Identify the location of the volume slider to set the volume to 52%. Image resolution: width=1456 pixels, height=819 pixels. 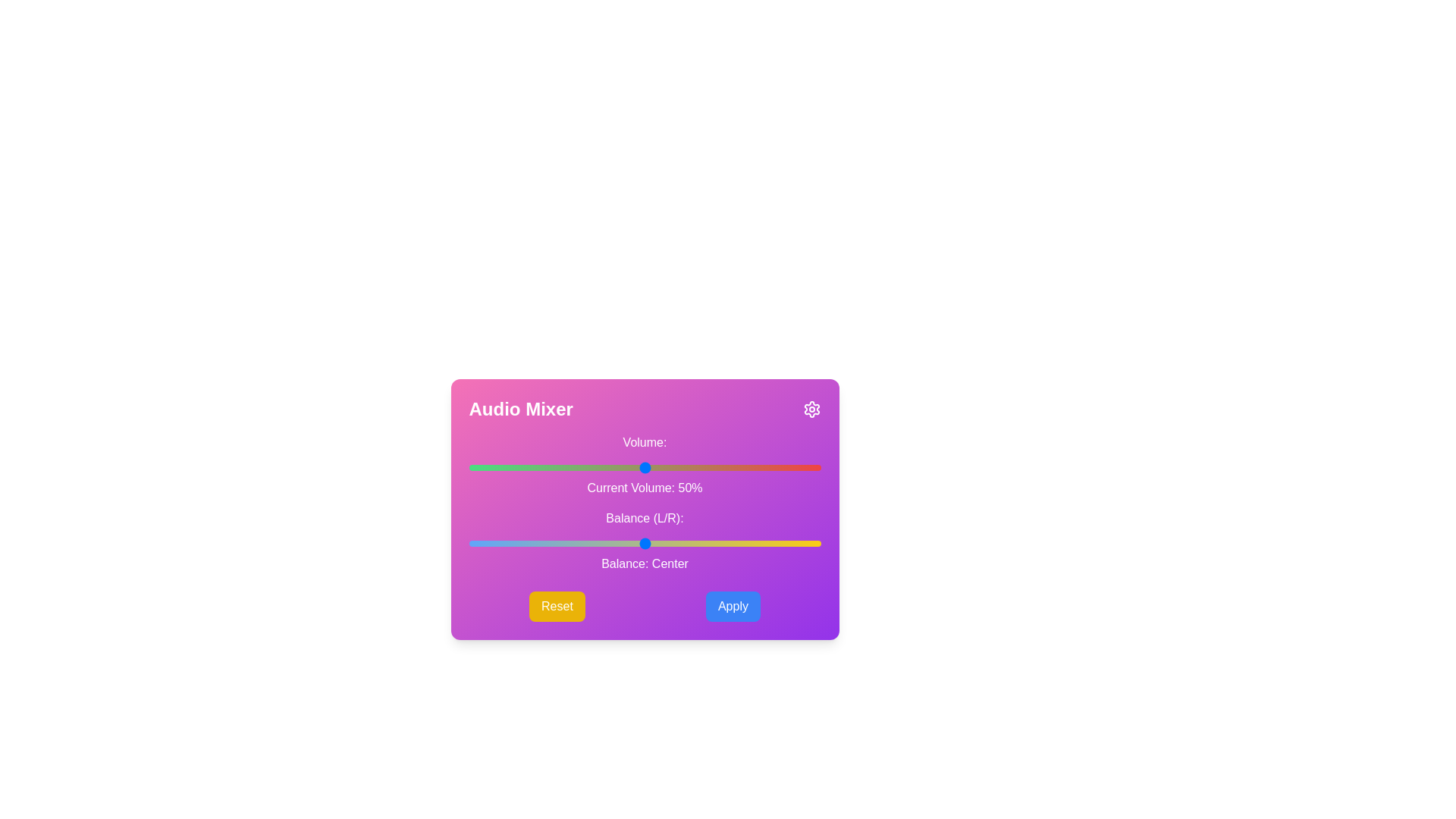
(651, 467).